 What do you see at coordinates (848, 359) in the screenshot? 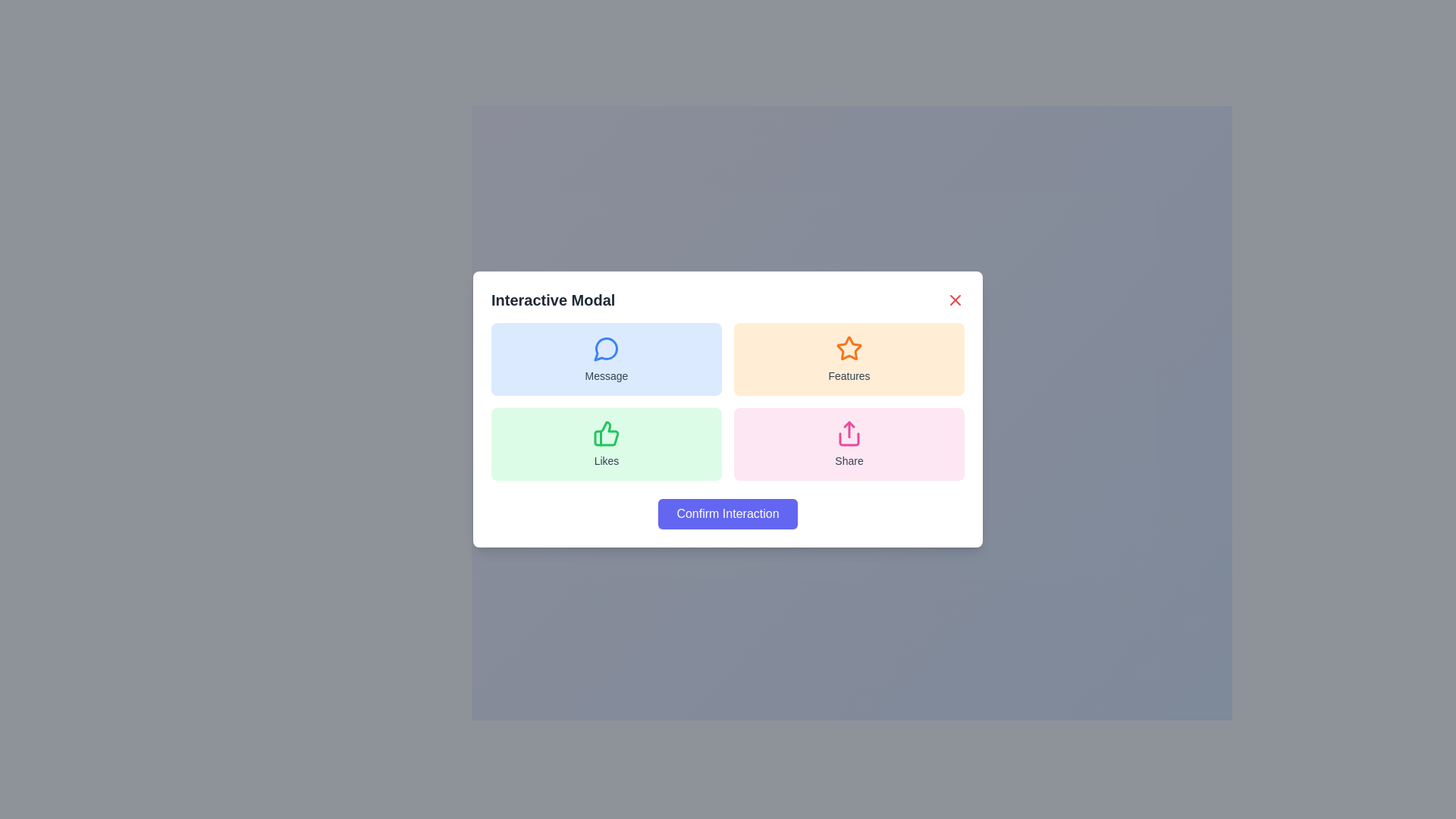
I see `the second card in the grid layout, which has a beige background, rounded corners, an orange star icon at the top center, and the text 'Features' in gray beneath it` at bounding box center [848, 359].